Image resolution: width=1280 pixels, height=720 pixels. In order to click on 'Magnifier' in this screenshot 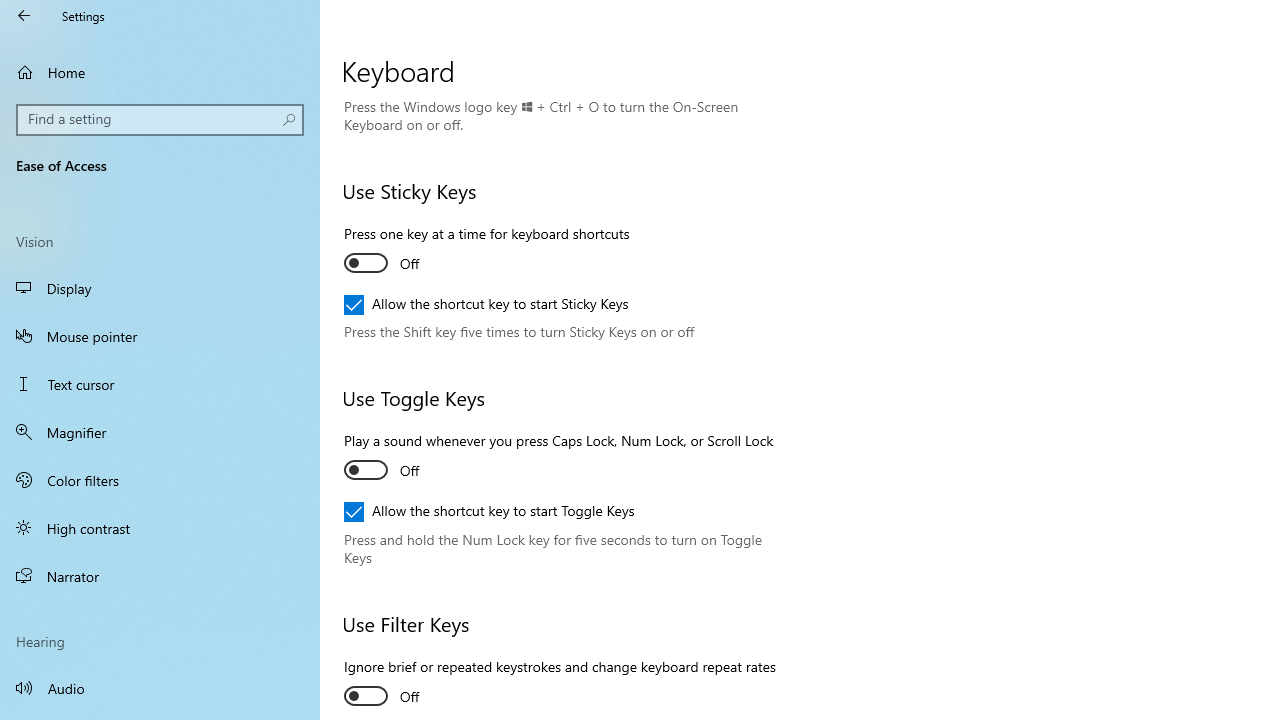, I will do `click(160, 431)`.